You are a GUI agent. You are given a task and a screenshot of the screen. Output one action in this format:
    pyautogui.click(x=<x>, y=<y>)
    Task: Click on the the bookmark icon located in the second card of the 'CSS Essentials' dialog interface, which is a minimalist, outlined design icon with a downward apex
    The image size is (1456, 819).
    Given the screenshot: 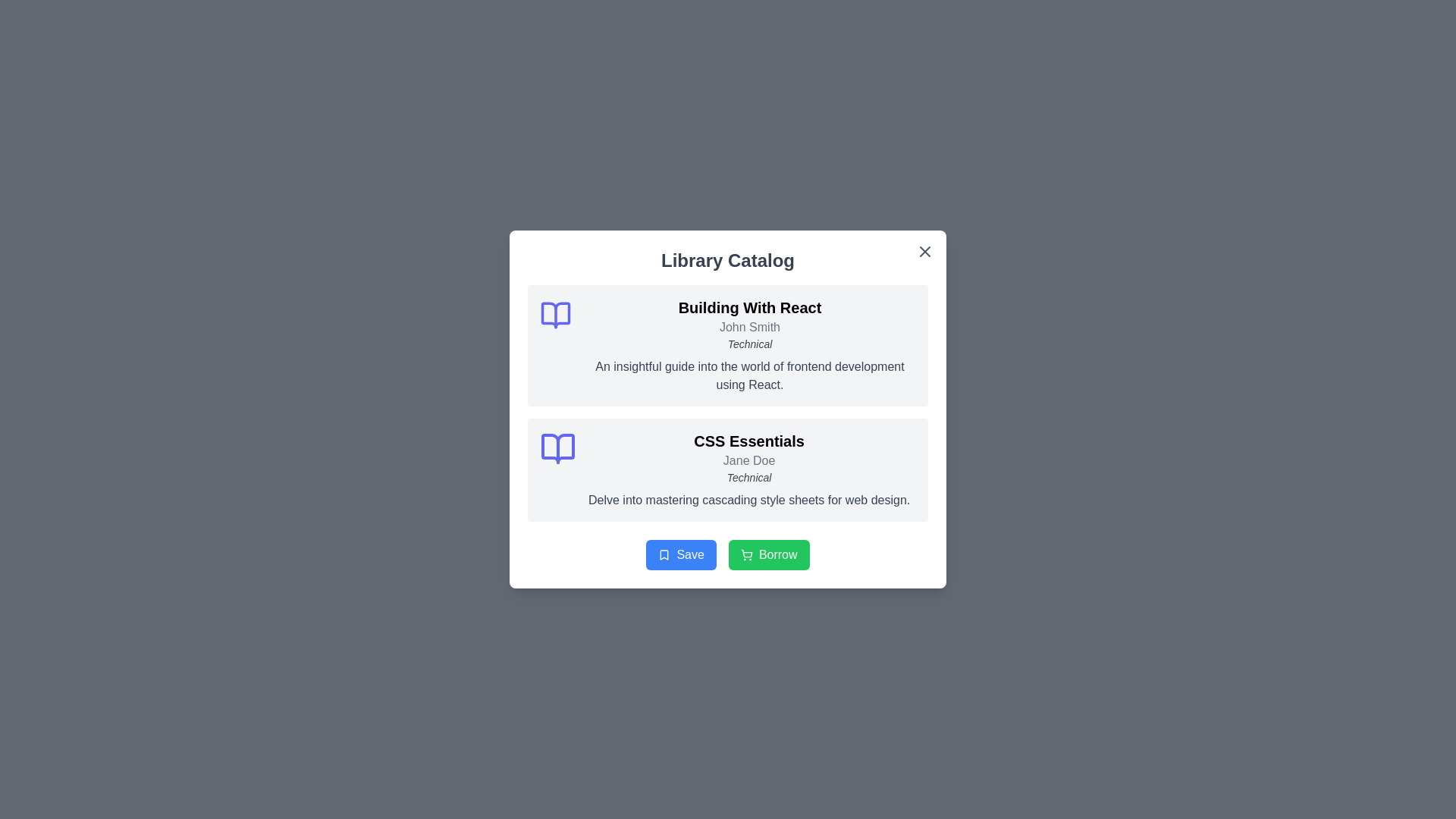 What is the action you would take?
    pyautogui.click(x=664, y=555)
    